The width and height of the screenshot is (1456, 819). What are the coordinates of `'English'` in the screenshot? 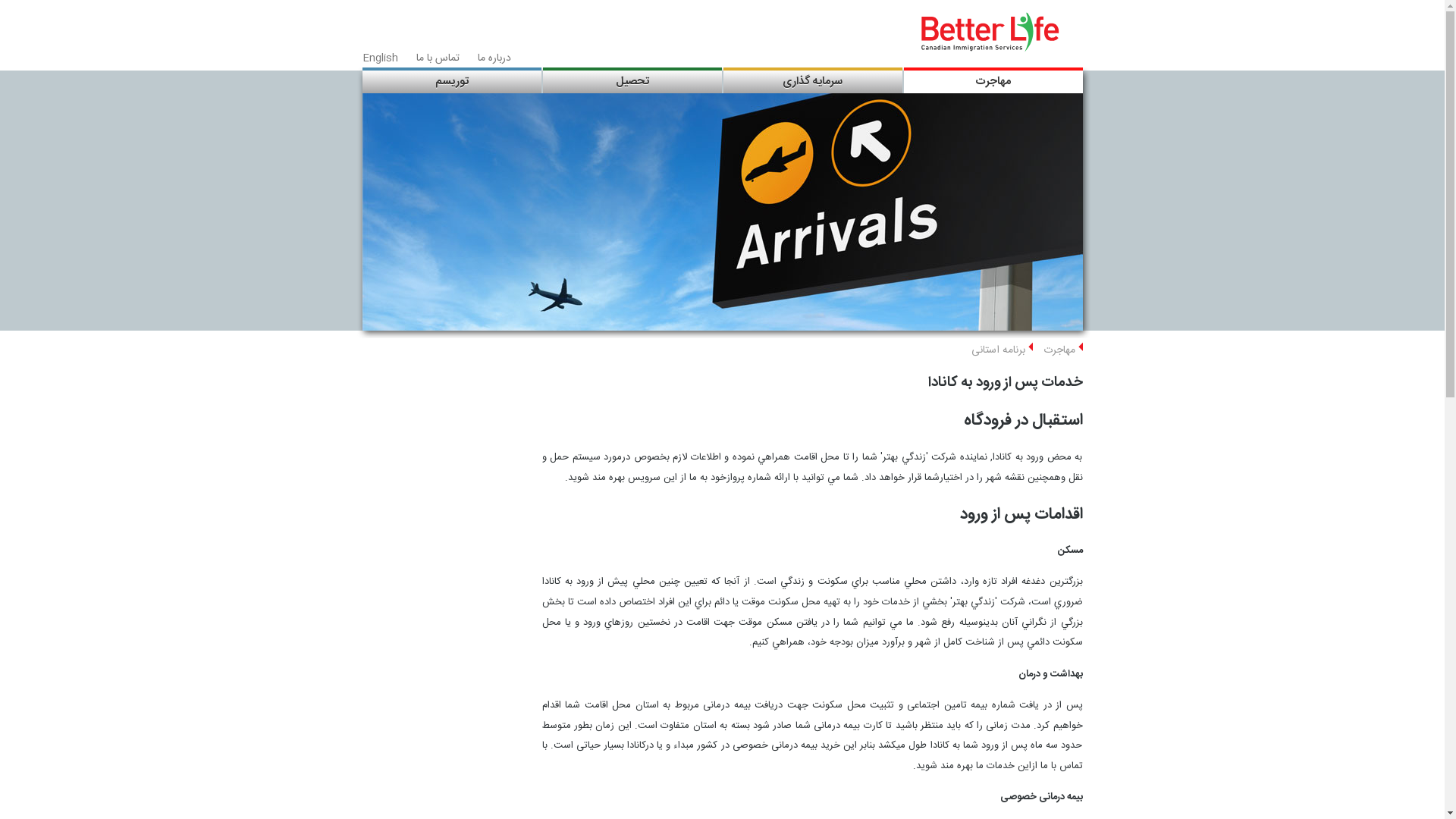 It's located at (380, 58).